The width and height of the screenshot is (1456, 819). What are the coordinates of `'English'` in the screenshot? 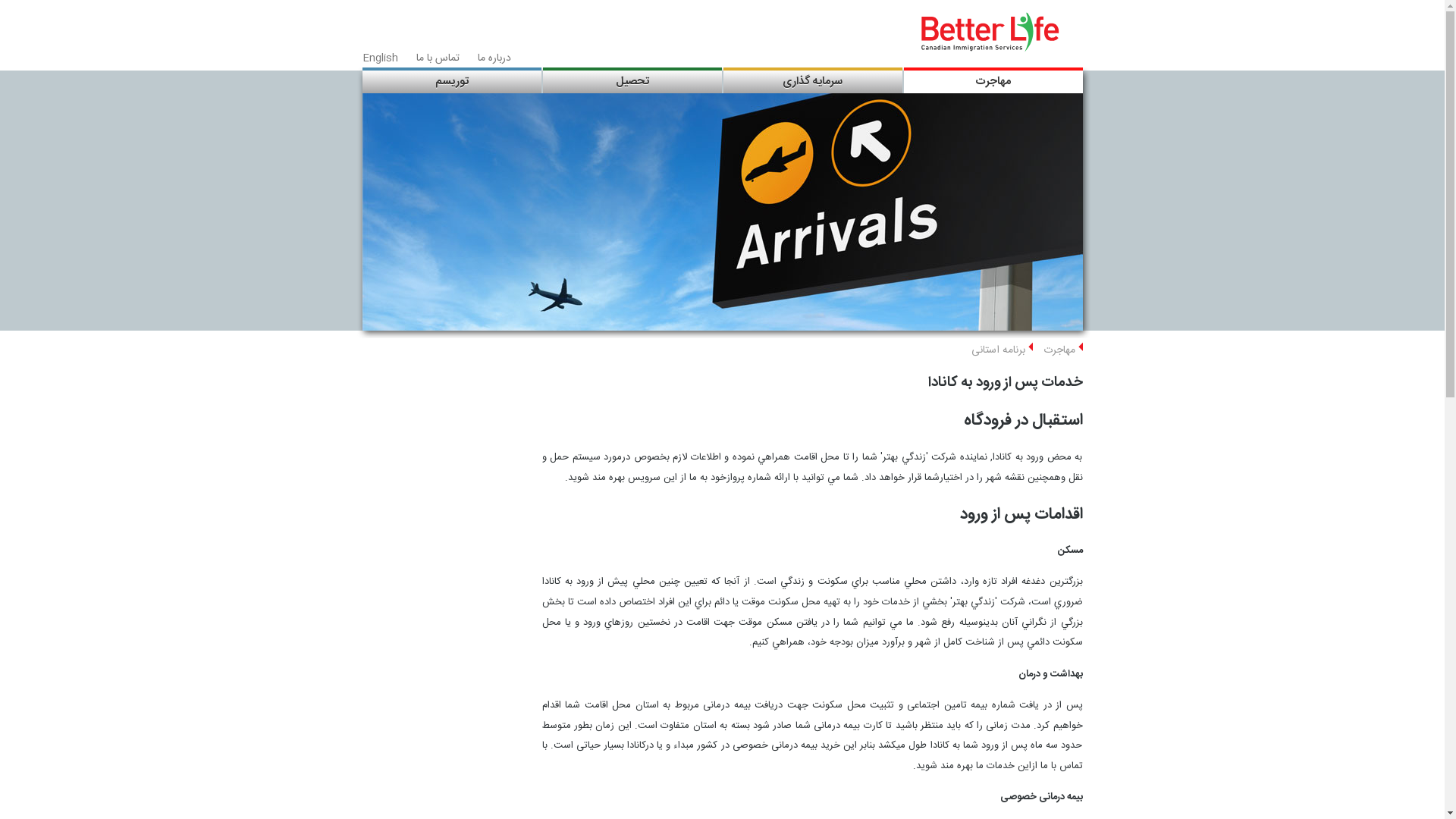 It's located at (380, 58).